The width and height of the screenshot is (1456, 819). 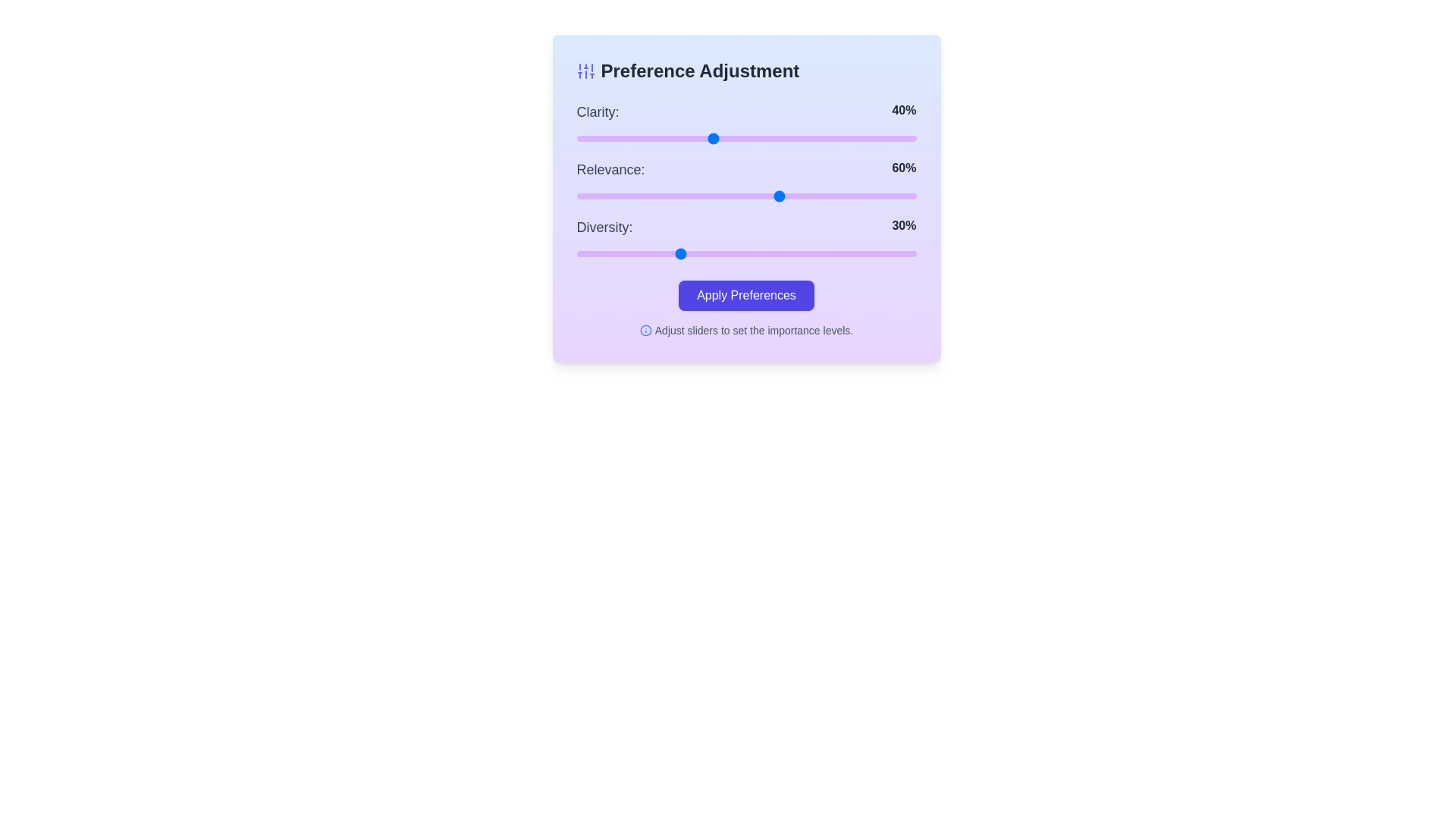 I want to click on the 0 slider to 33%, so click(x=688, y=138).